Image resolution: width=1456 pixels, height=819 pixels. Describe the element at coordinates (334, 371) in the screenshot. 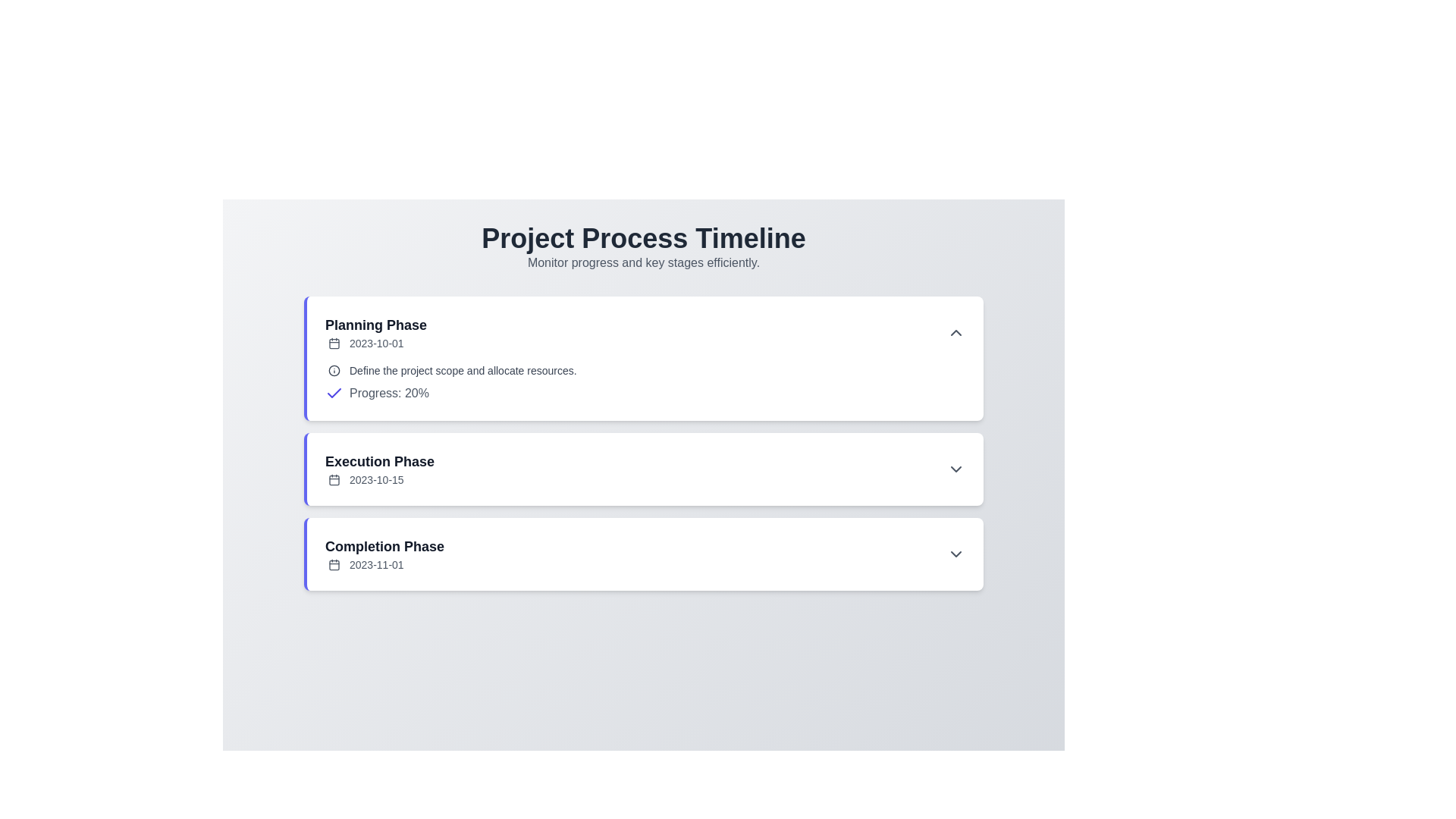

I see `the circular 'info' icon located in the 'Planning Phase' section, positioned before the text 'Define the project scope and allocate resources.'` at that location.